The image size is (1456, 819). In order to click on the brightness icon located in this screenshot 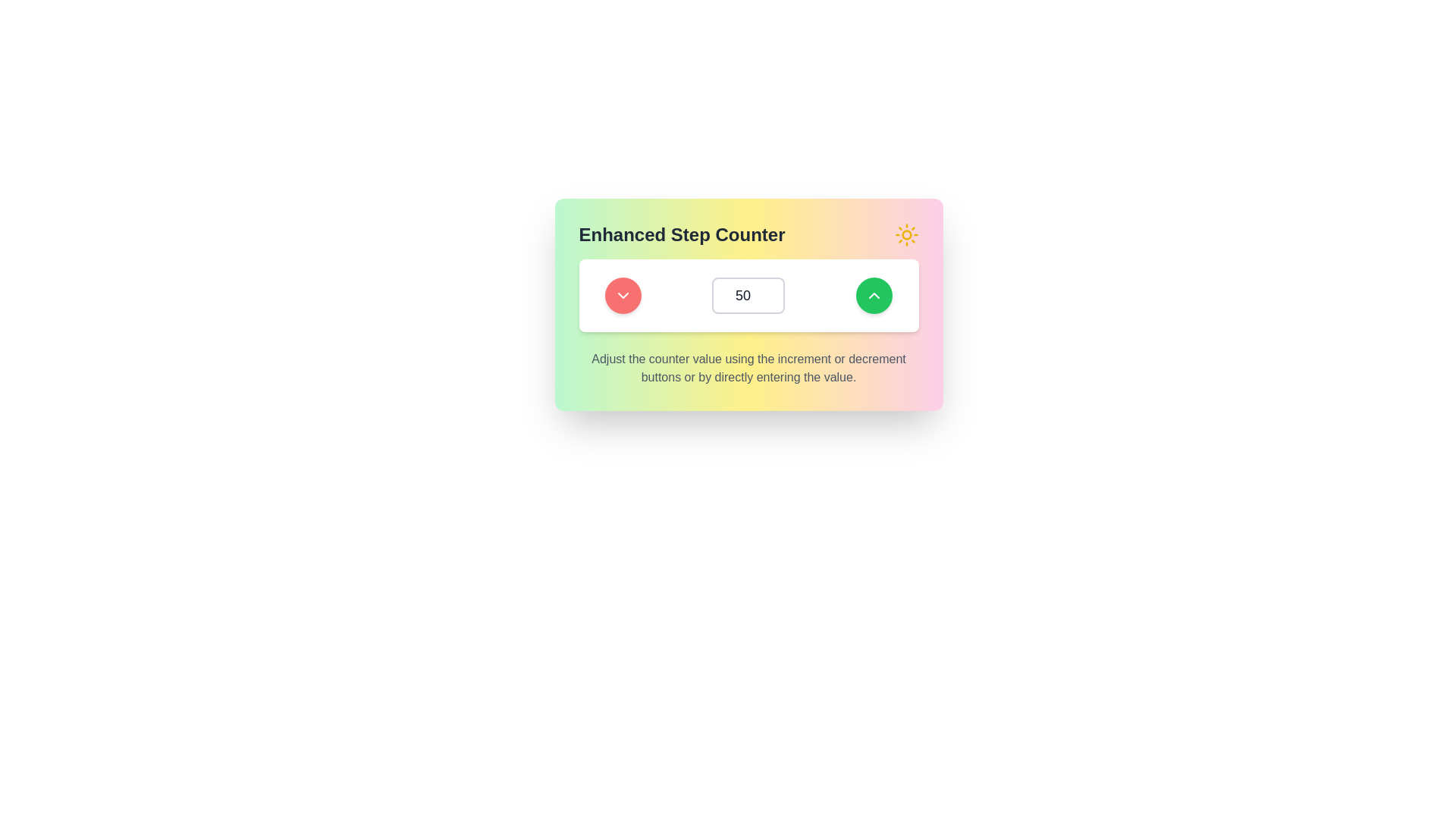, I will do `click(906, 234)`.